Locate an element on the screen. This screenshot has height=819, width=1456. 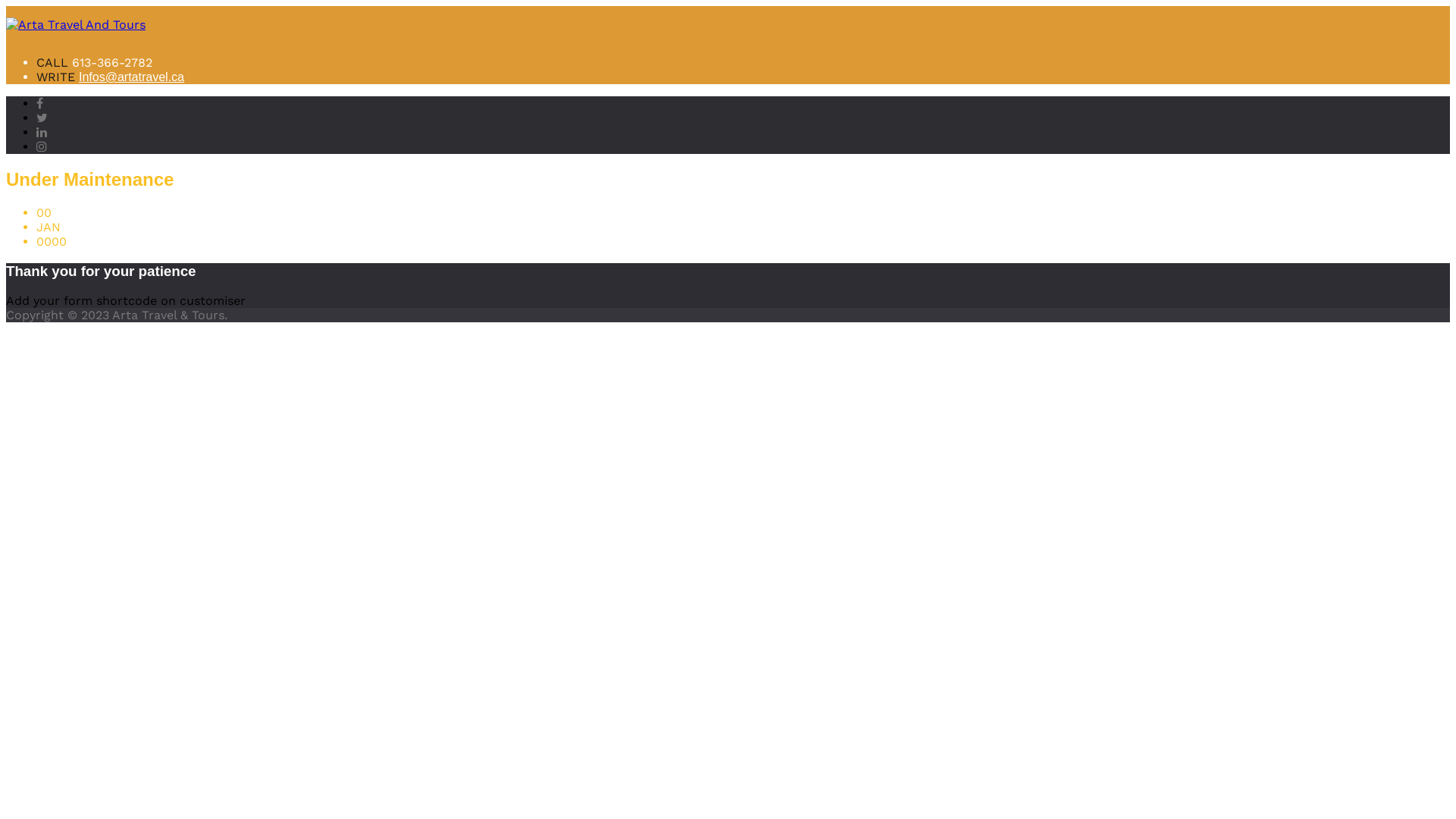
'Instagram' is located at coordinates (41, 146).